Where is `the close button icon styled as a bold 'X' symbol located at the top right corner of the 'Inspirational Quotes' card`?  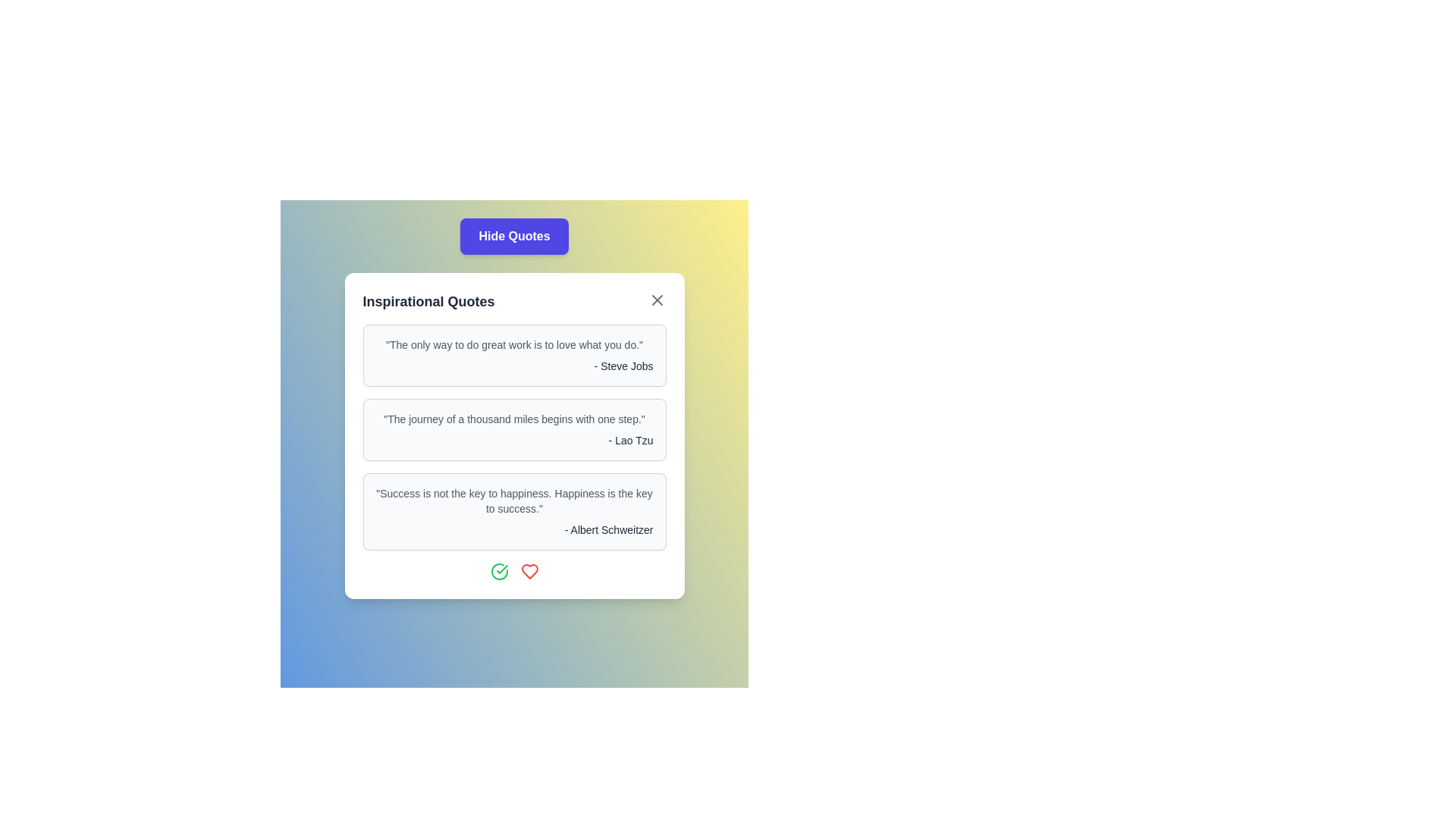 the close button icon styled as a bold 'X' symbol located at the top right corner of the 'Inspirational Quotes' card is located at coordinates (657, 300).